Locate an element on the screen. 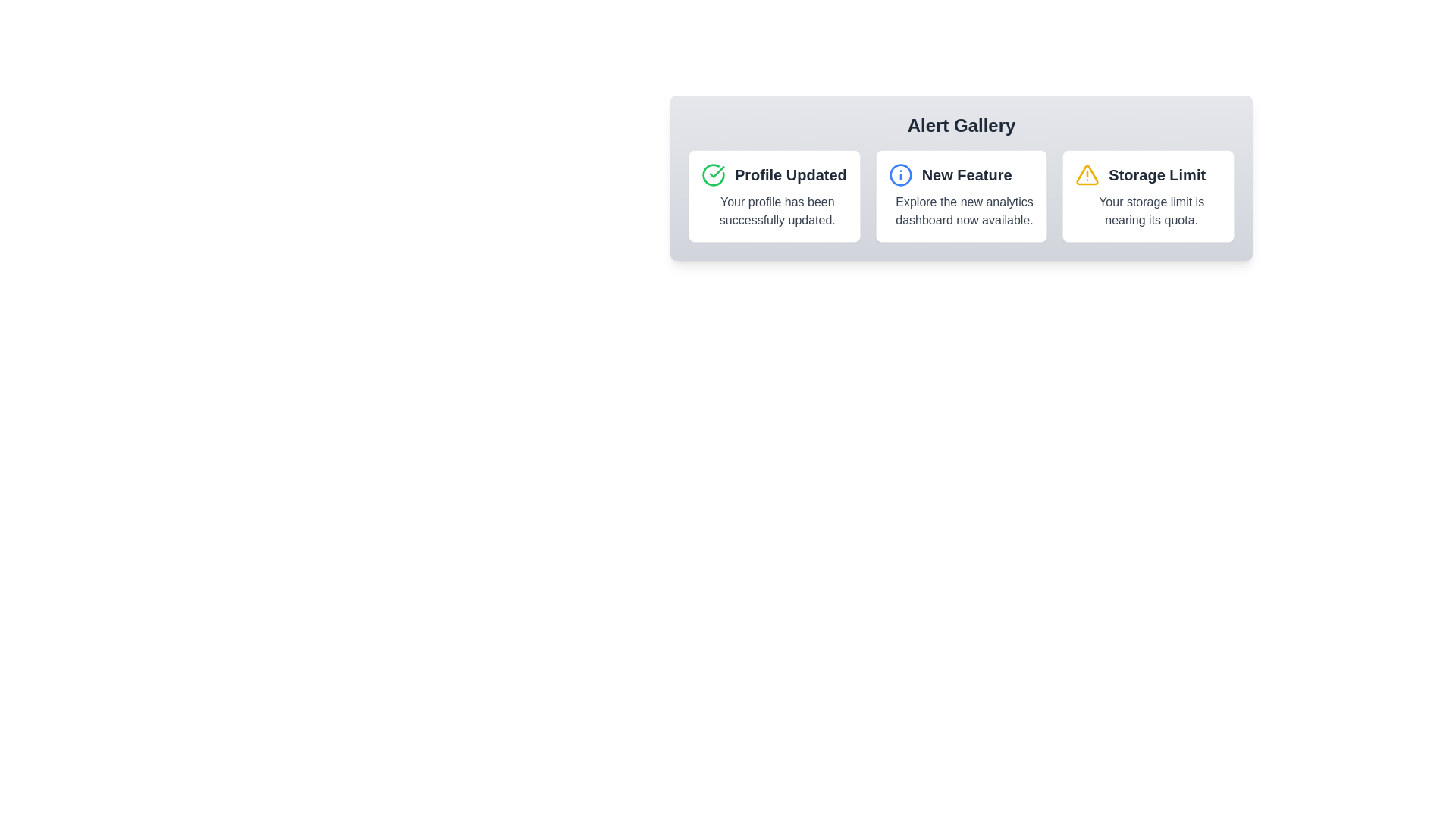  the text label or accompanying icon in the second card of the Alert Gallery section, which is positioned above the subtitle 'Explore the new analytics dashboard now available.' is located at coordinates (960, 174).